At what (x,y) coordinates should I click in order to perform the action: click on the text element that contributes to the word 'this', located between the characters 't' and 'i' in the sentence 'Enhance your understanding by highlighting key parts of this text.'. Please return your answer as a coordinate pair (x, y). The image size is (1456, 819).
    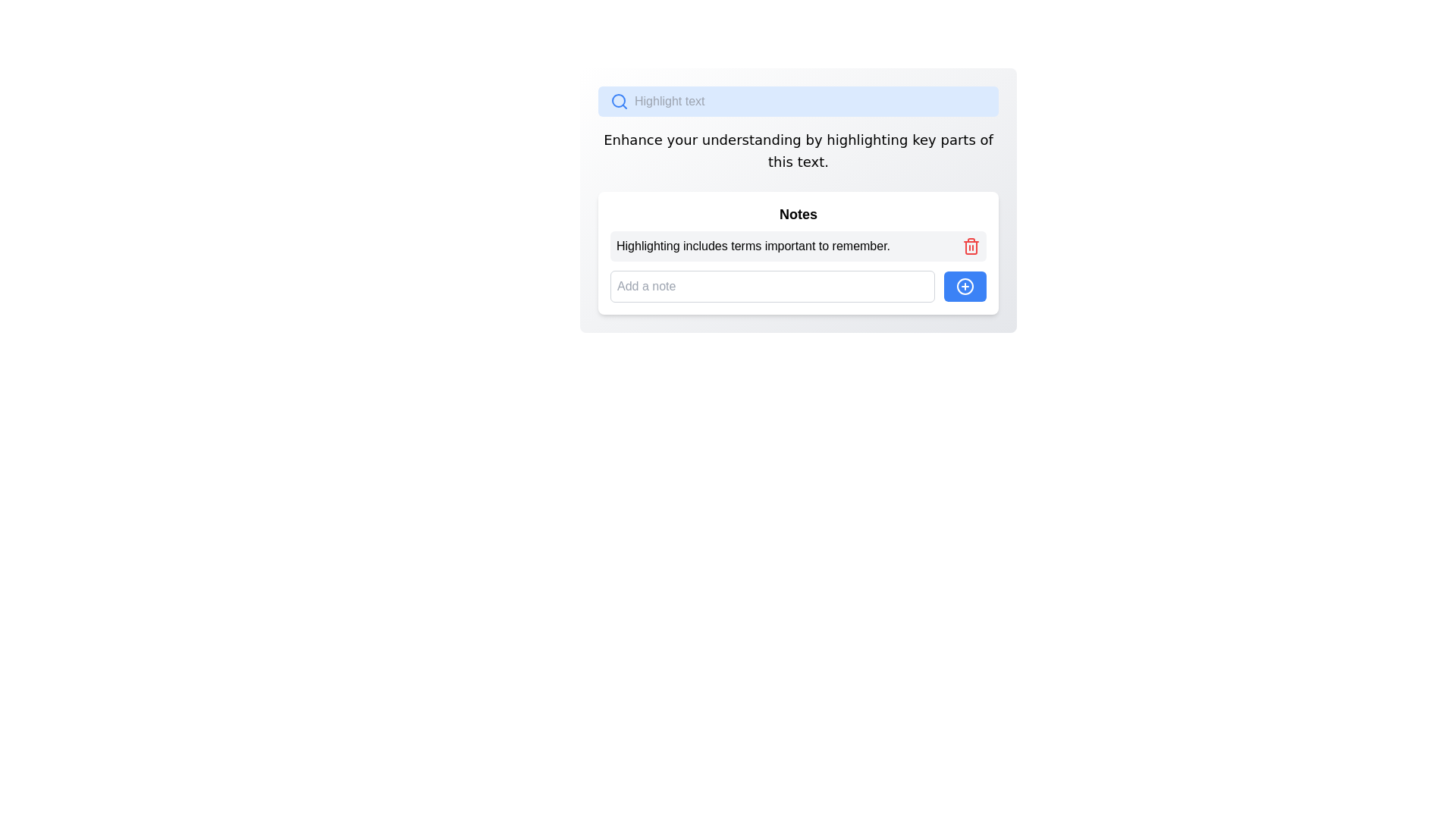
    Looking at the image, I should click on (777, 162).